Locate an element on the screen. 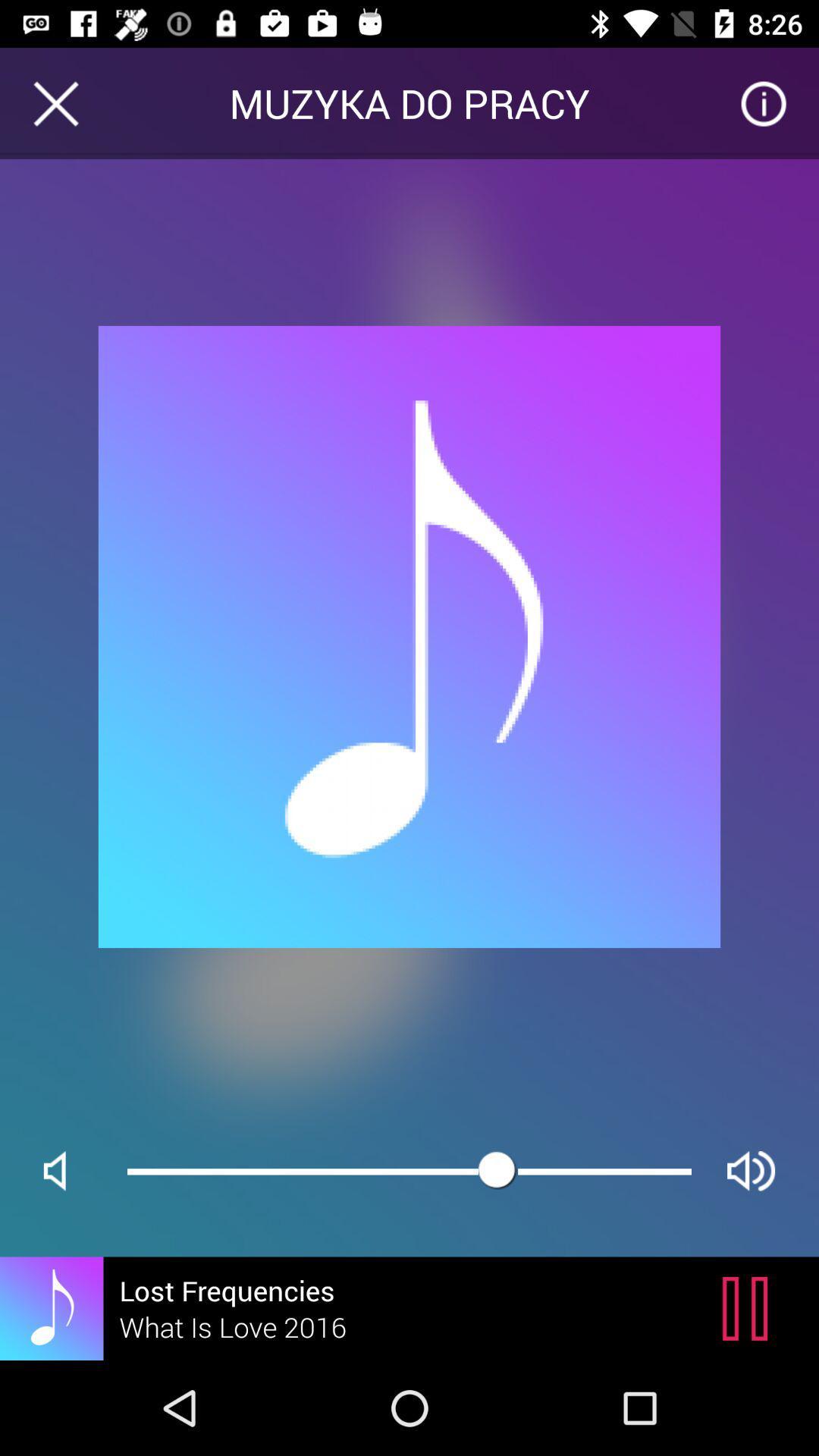  icon to the right of lost frequencies is located at coordinates (748, 1307).